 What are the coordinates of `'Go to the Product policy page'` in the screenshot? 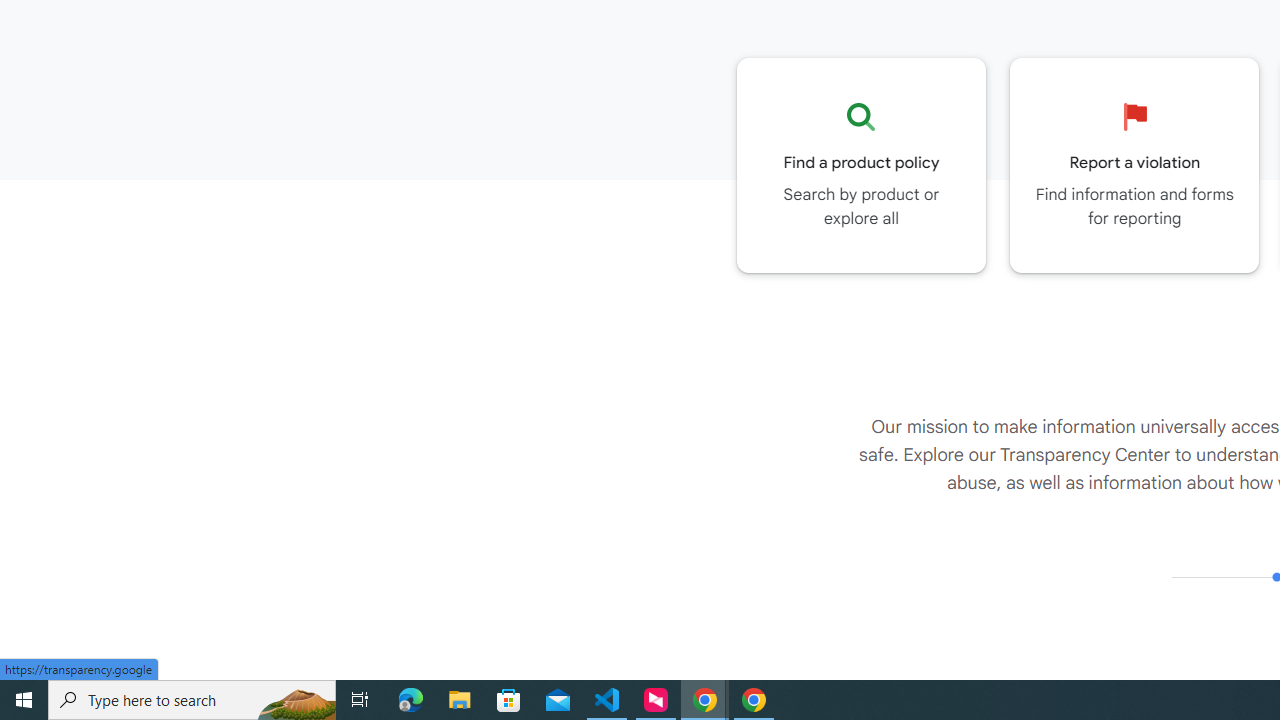 It's located at (861, 164).